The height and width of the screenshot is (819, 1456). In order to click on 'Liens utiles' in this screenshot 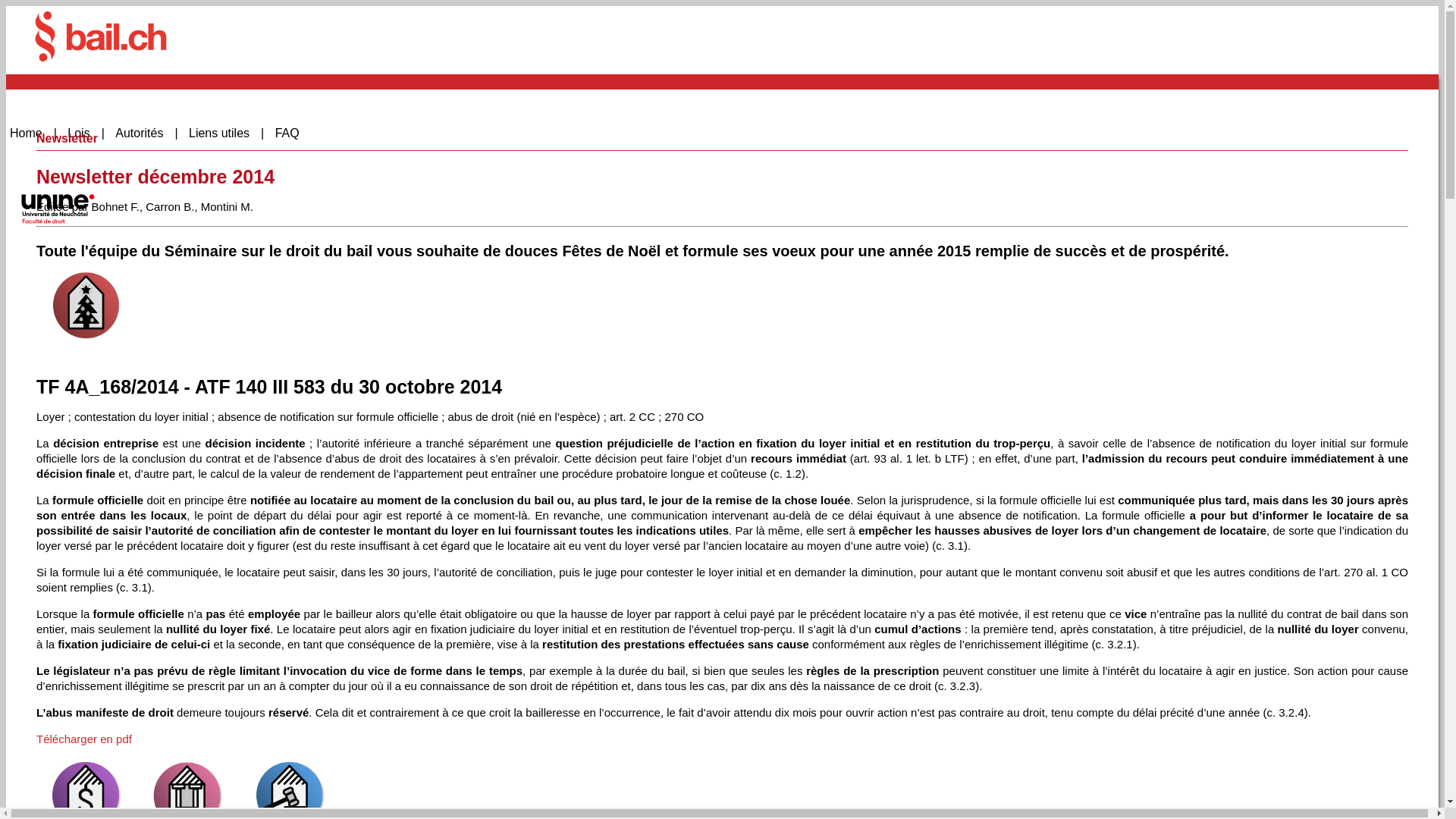, I will do `click(225, 133)`.